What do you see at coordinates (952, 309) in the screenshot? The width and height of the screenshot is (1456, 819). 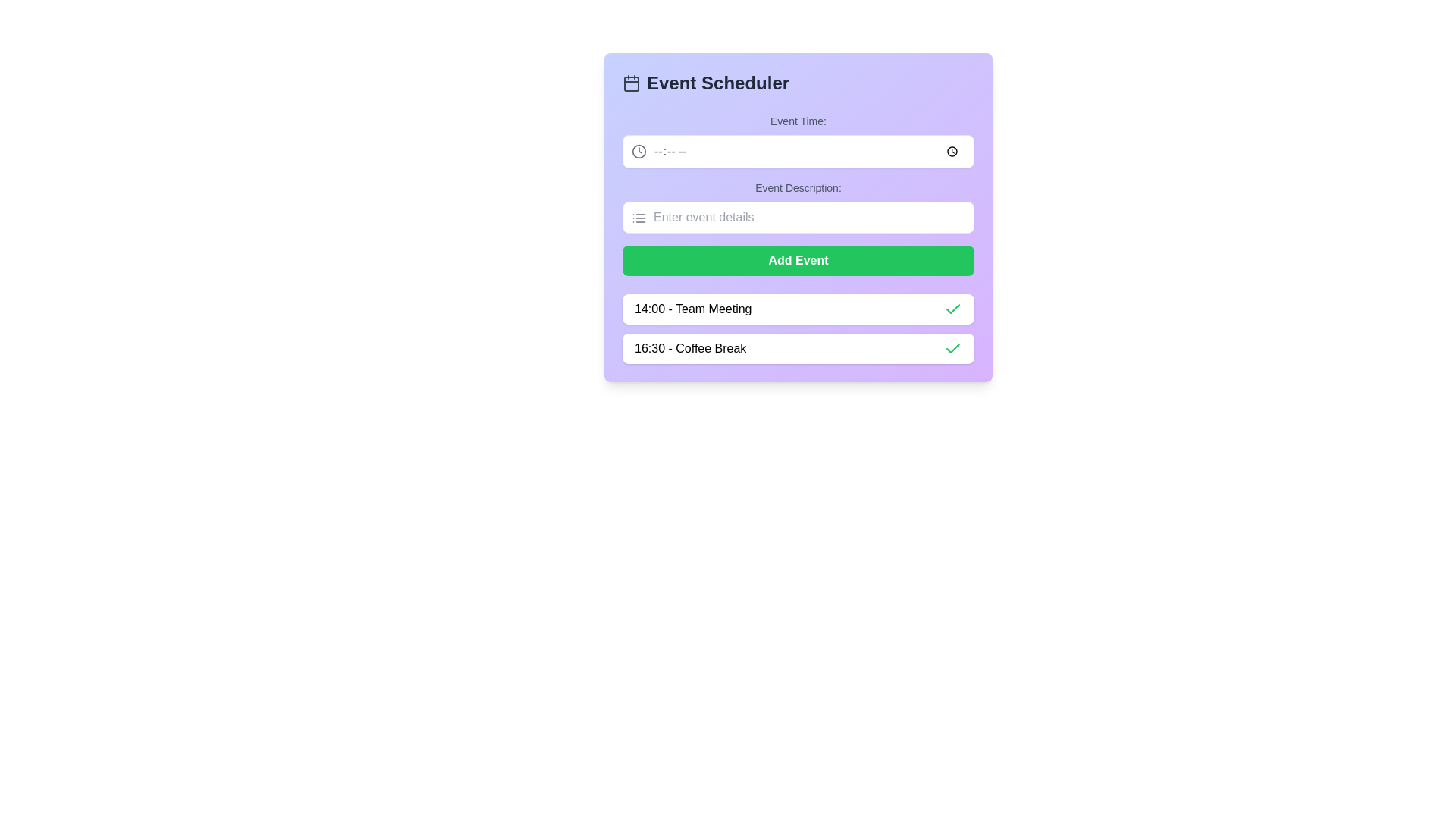 I see `the green checkmark icon that indicates the completion of the '14:00 - Team Meeting' task` at bounding box center [952, 309].